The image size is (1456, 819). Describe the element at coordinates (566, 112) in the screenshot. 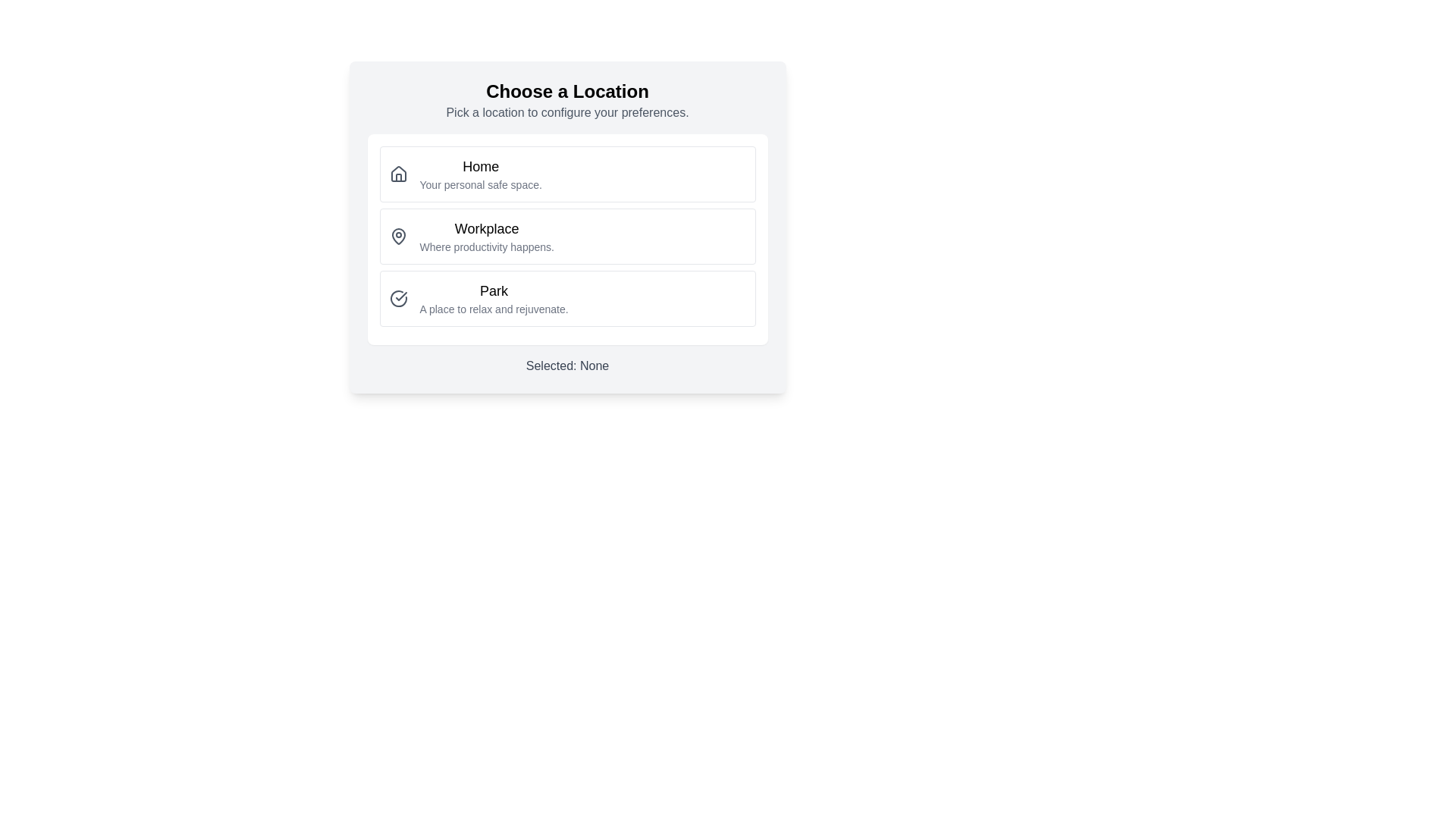

I see `the static text element that provides instructions beneath the title 'Choose a Location', which is centered within the card interface` at that location.